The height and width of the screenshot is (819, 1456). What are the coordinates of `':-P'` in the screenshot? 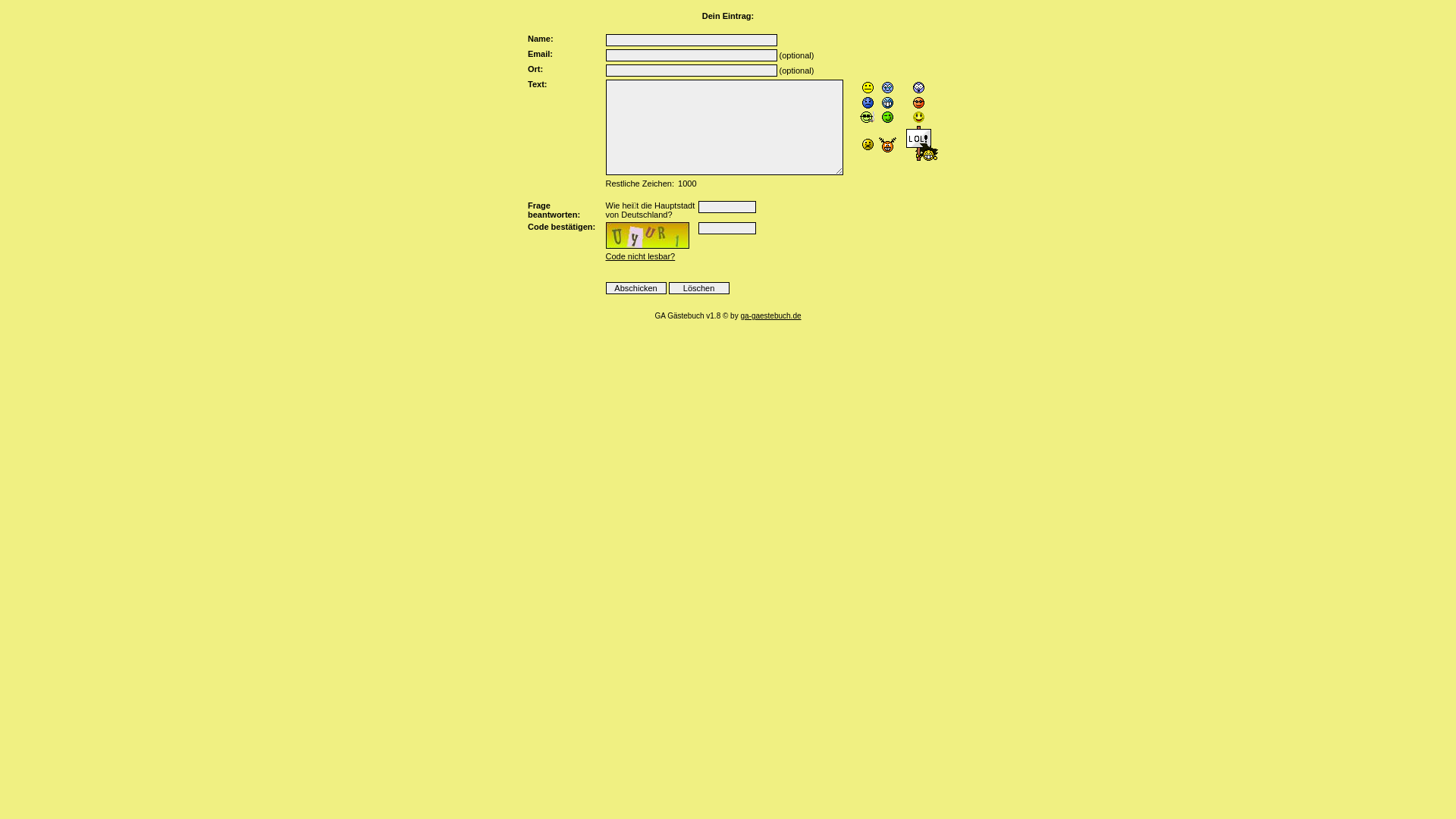 It's located at (868, 87).